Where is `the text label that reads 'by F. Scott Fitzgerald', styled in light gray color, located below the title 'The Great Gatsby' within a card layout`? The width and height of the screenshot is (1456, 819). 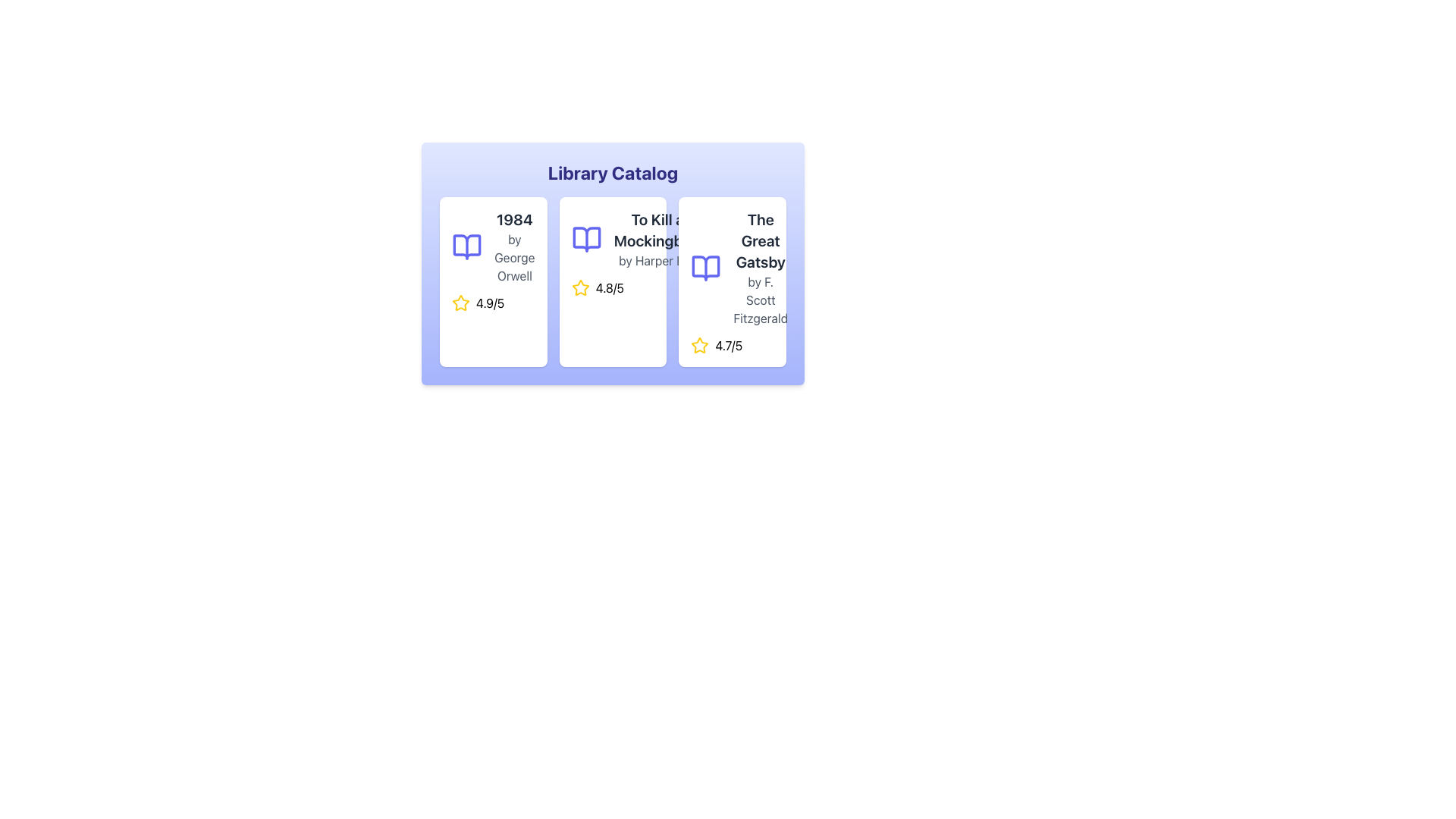
the text label that reads 'by F. Scott Fitzgerald', styled in light gray color, located below the title 'The Great Gatsby' within a card layout is located at coordinates (761, 300).